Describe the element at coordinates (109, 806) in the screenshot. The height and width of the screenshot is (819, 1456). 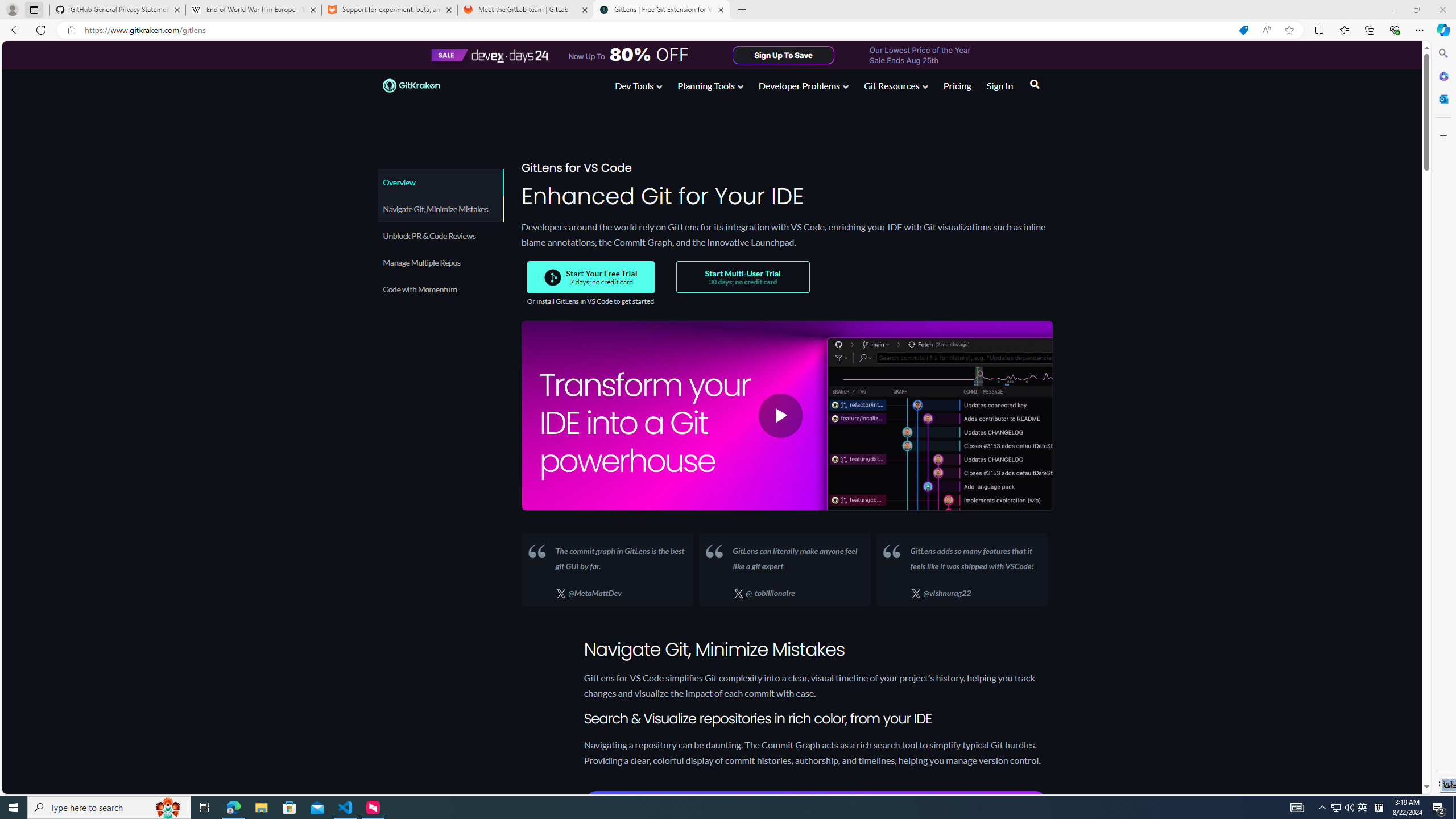
I see `'Type here to search'` at that location.